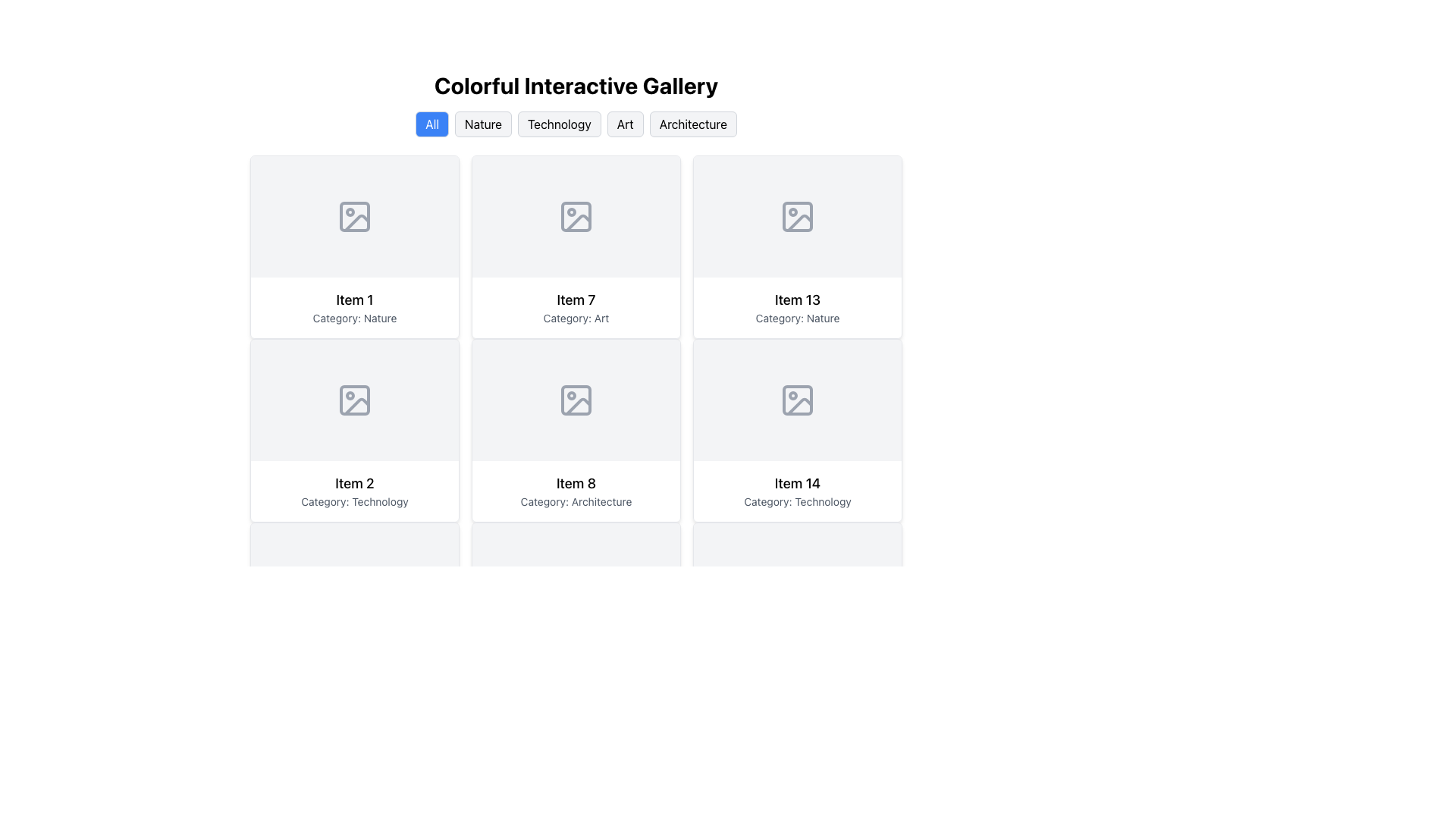  Describe the element at coordinates (353, 483) in the screenshot. I see `the text label 'Item 2', which is styled in bold and larger font, located at the top of a card layout in the second column of a grid` at that location.